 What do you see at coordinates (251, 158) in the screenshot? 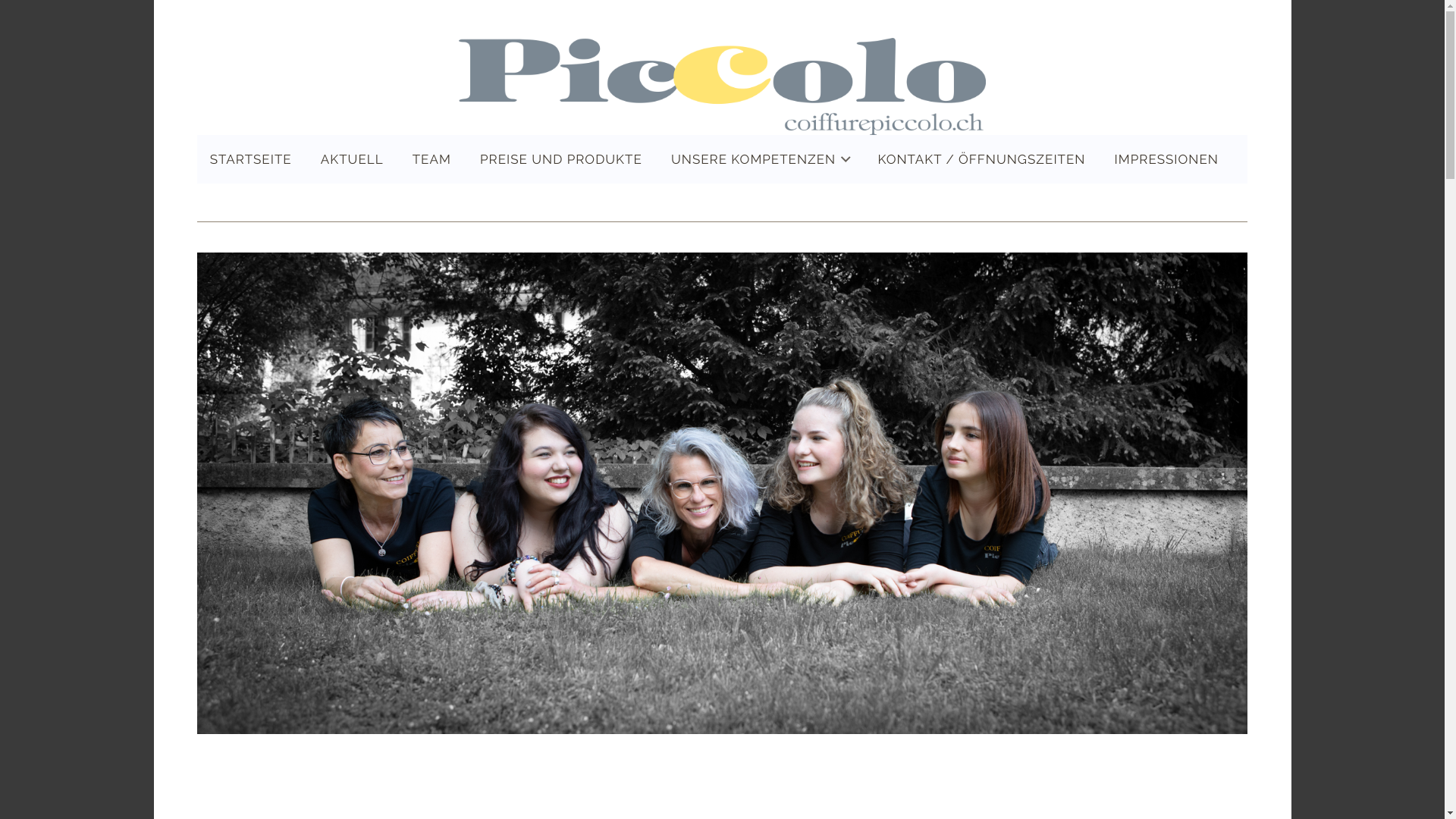
I see `'STARTSEITE'` at bounding box center [251, 158].